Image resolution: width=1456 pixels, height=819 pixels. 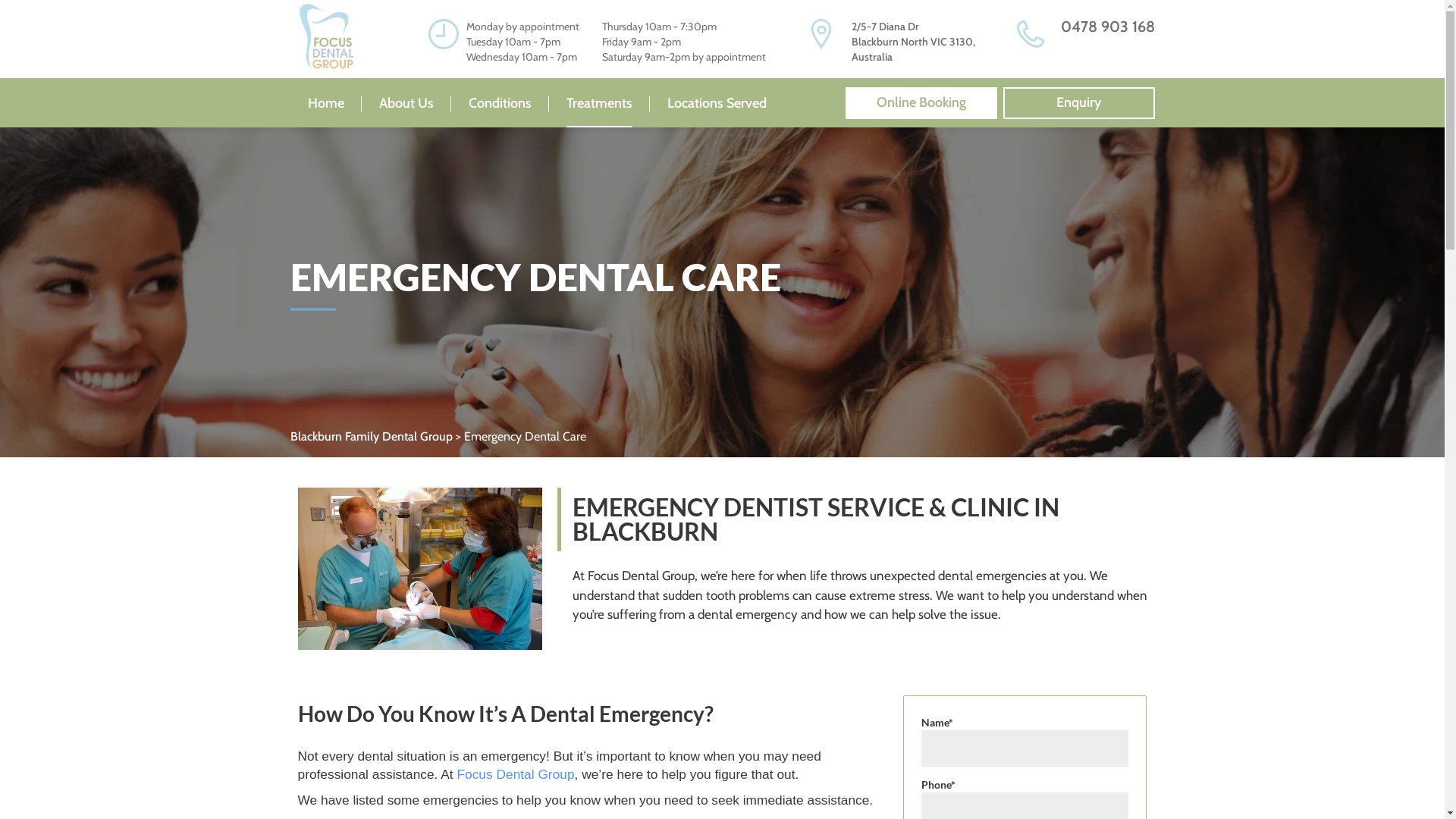 What do you see at coordinates (500, 102) in the screenshot?
I see `'Conditions'` at bounding box center [500, 102].